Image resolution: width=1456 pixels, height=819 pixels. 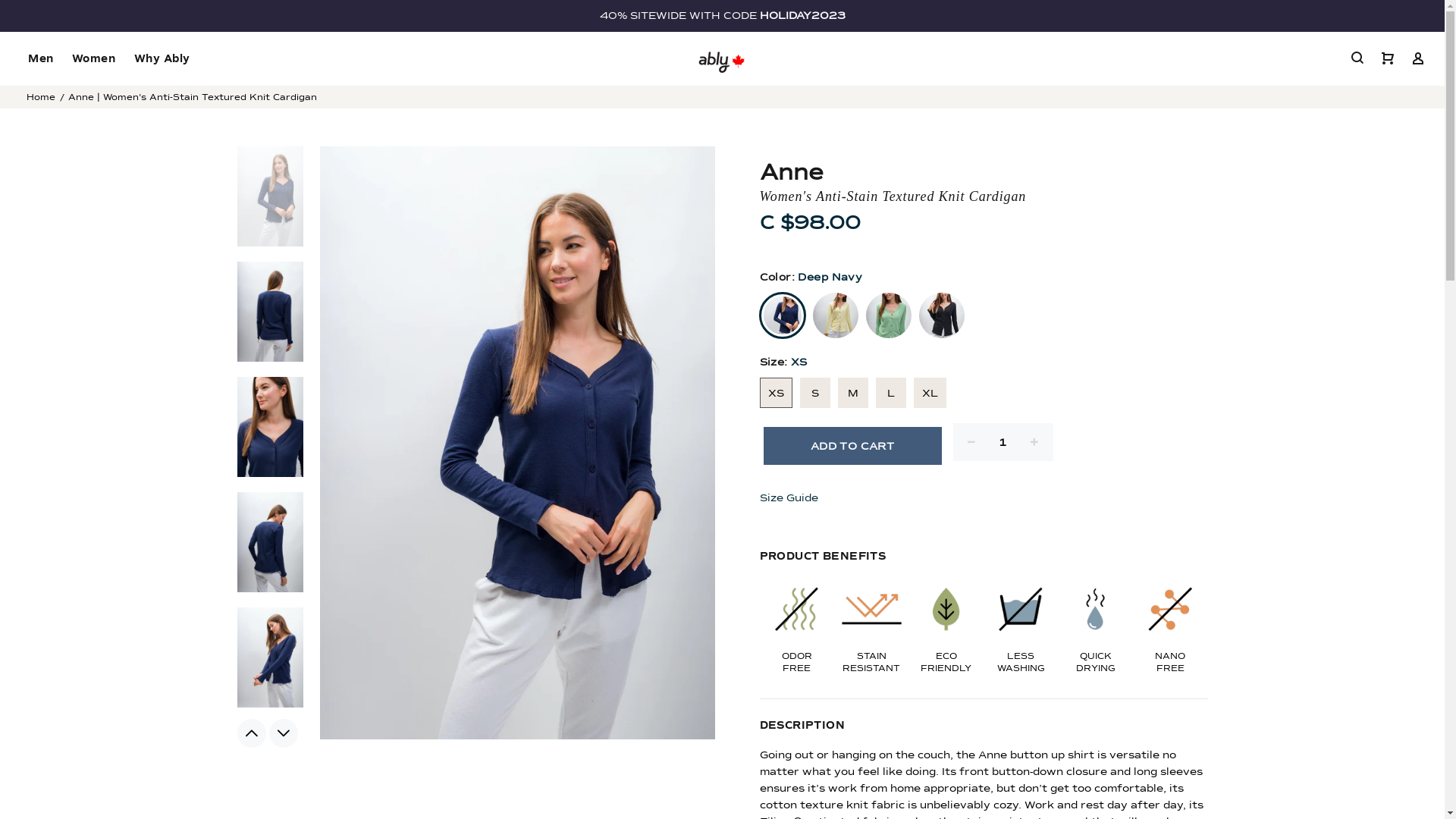 I want to click on 'Go to review', so click(x=984, y=243).